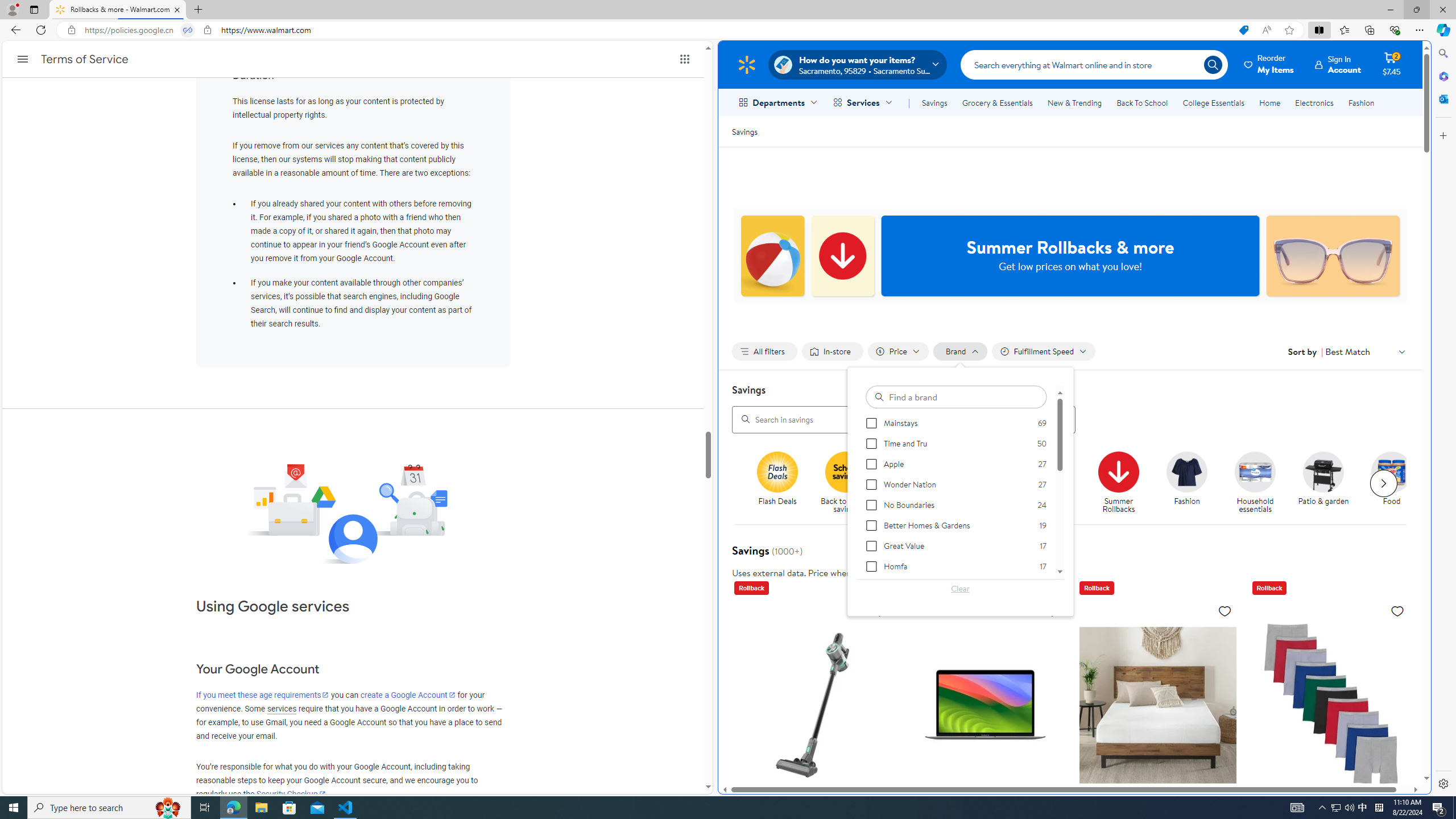 The width and height of the screenshot is (1456, 819). What do you see at coordinates (1269, 64) in the screenshot?
I see `'Reorder My Items'` at bounding box center [1269, 64].